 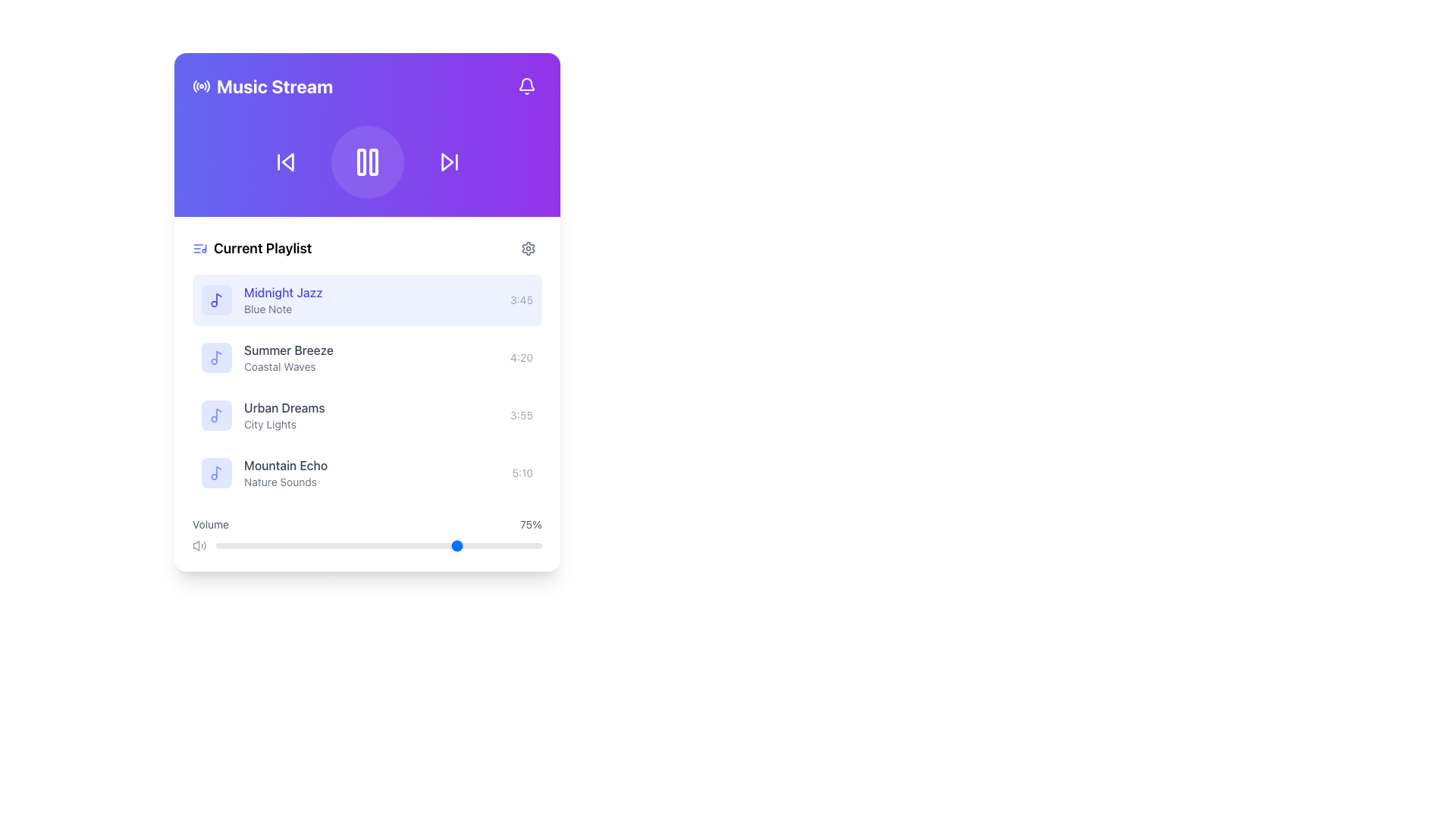 What do you see at coordinates (252, 247) in the screenshot?
I see `'Current Playlist' label that displays in bold font with a musical notes icon on the left, located near the top-middle of the playlist interface` at bounding box center [252, 247].